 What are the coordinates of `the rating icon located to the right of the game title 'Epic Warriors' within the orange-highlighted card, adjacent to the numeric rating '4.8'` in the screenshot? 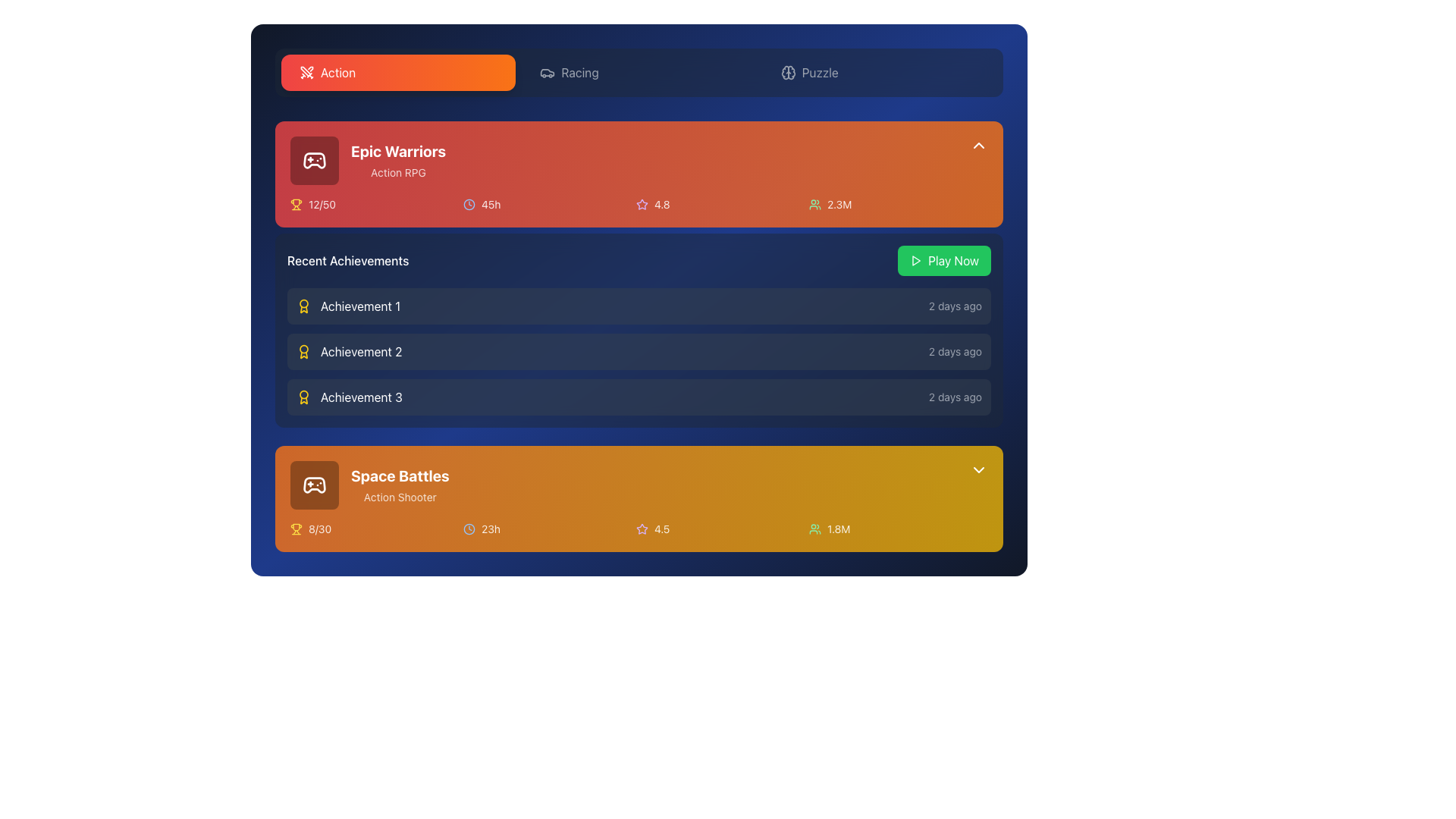 It's located at (642, 203).